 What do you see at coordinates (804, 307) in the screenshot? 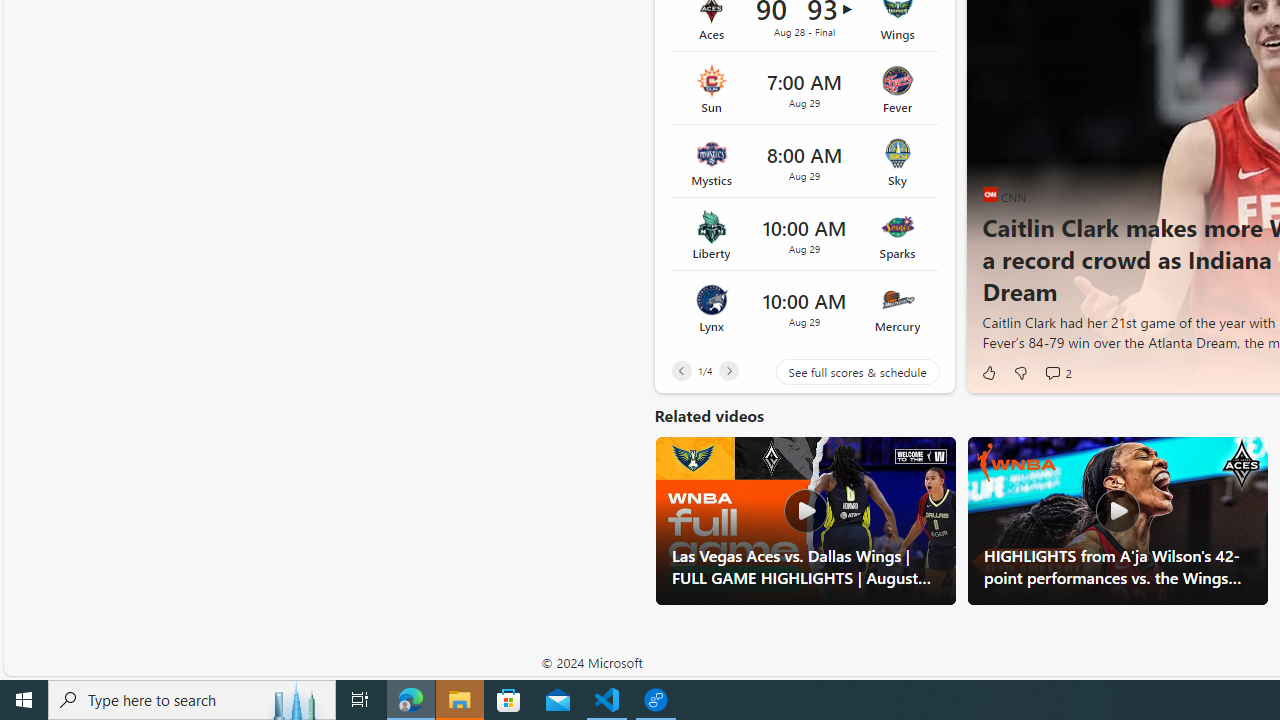
I see `'Lynx vs Mercury Time 10:00 AM Date Aug 29'` at bounding box center [804, 307].